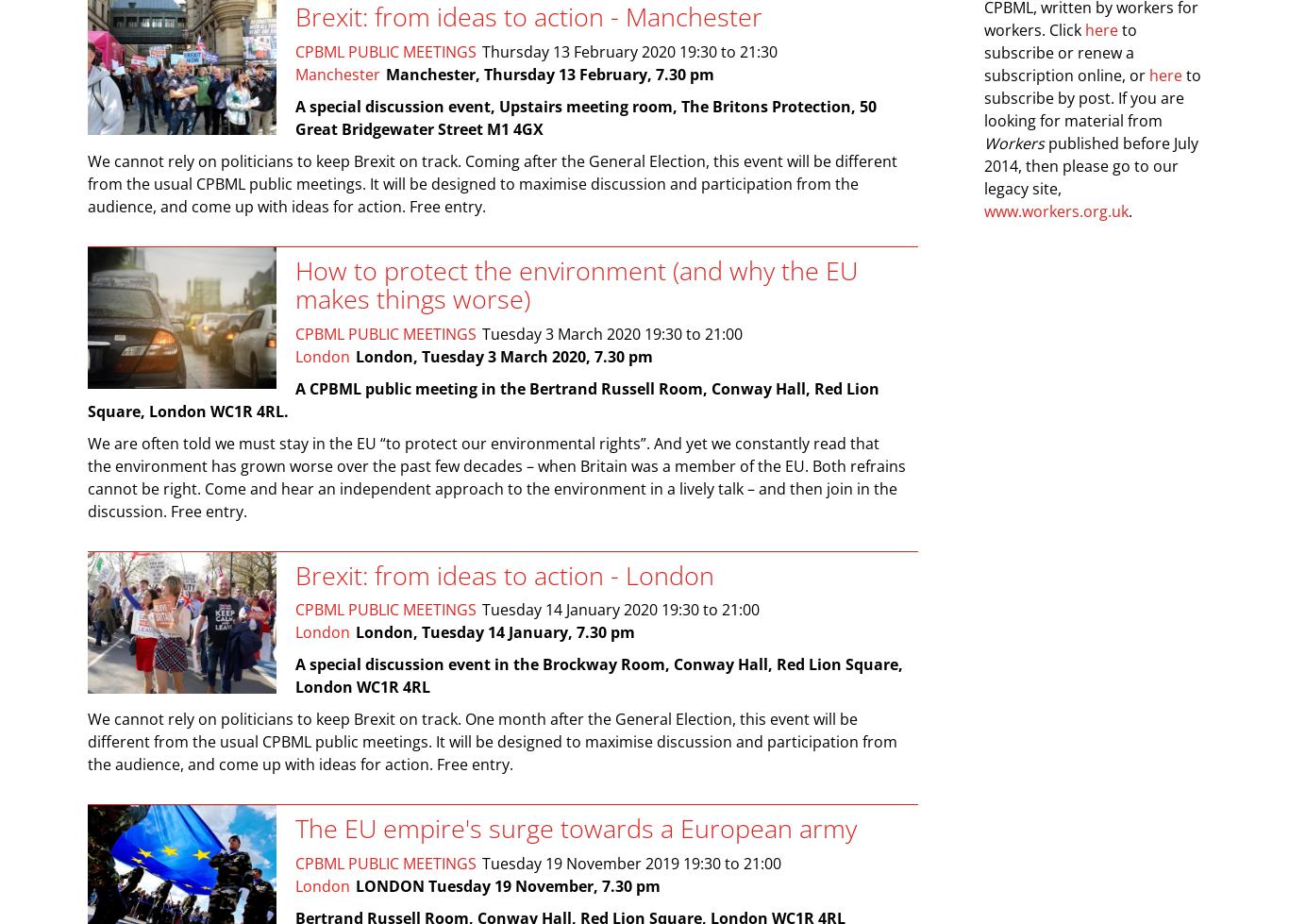  I want to click on 'The EU empire's surge towards a European army', so click(575, 827).